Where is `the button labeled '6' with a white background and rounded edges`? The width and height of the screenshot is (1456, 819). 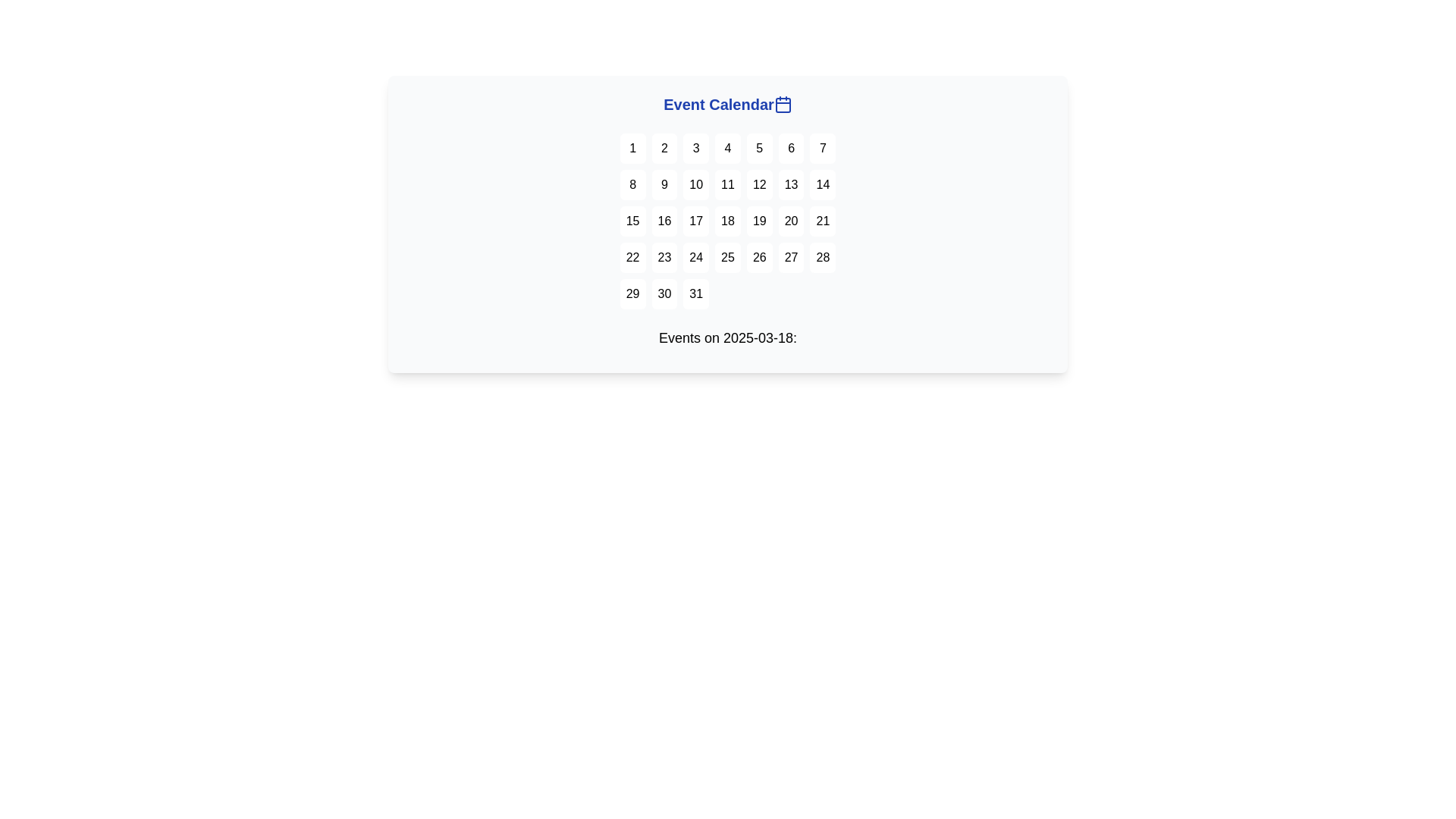 the button labeled '6' with a white background and rounded edges is located at coordinates (790, 149).